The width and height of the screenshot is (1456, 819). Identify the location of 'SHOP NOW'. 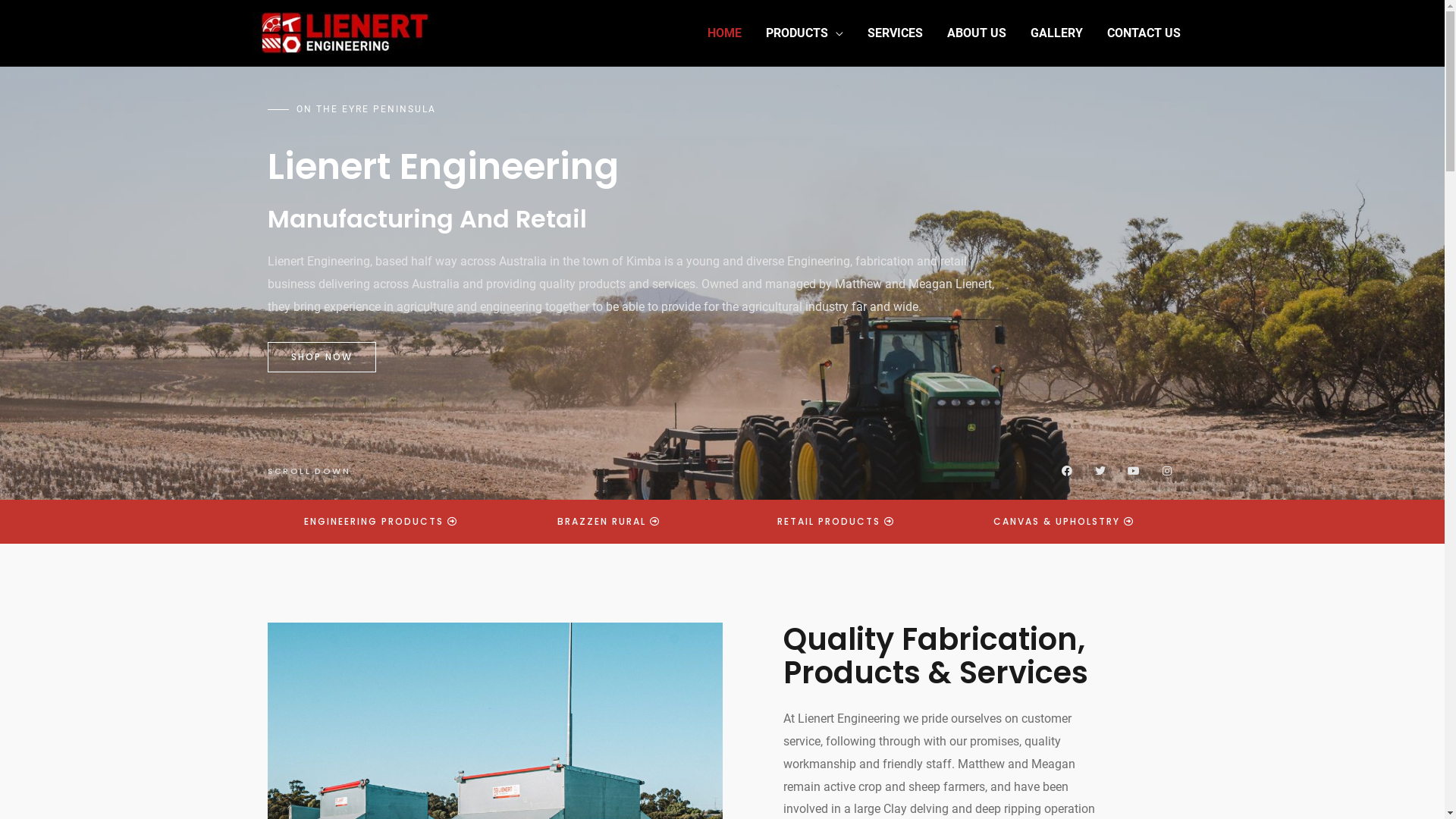
(320, 356).